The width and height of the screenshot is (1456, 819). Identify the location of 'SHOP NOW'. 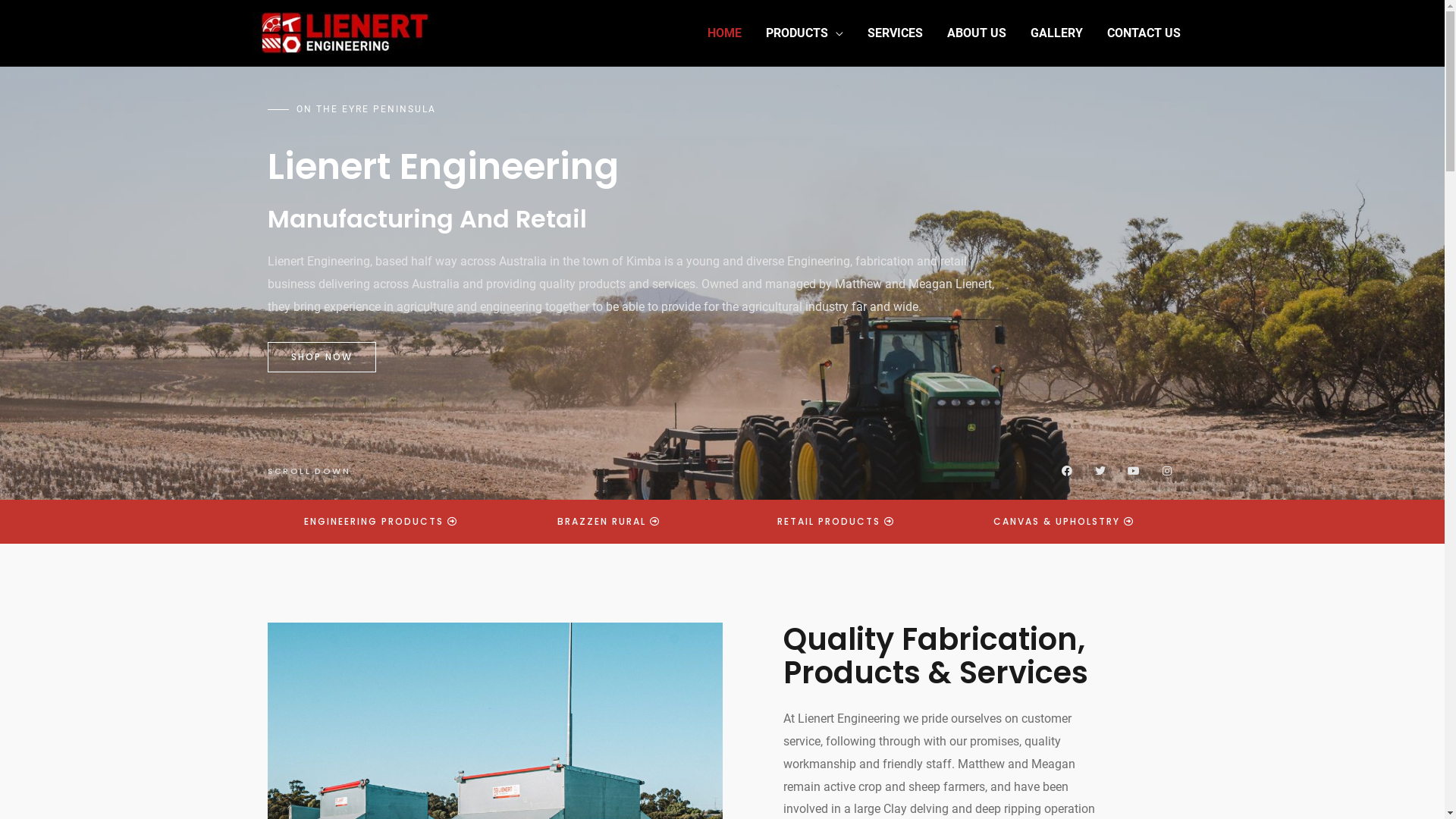
(320, 356).